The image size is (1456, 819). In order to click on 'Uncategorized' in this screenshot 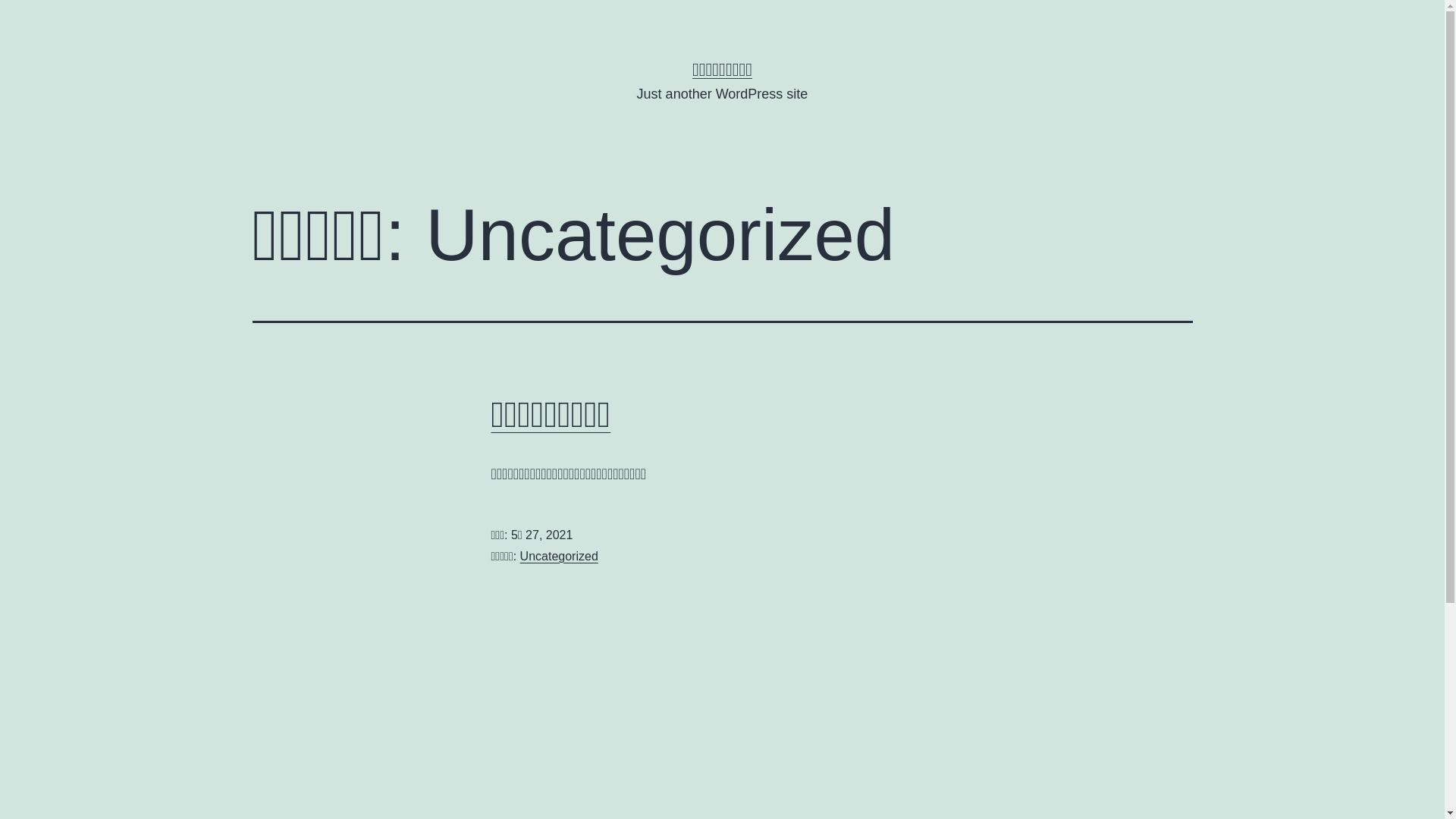, I will do `click(558, 556)`.